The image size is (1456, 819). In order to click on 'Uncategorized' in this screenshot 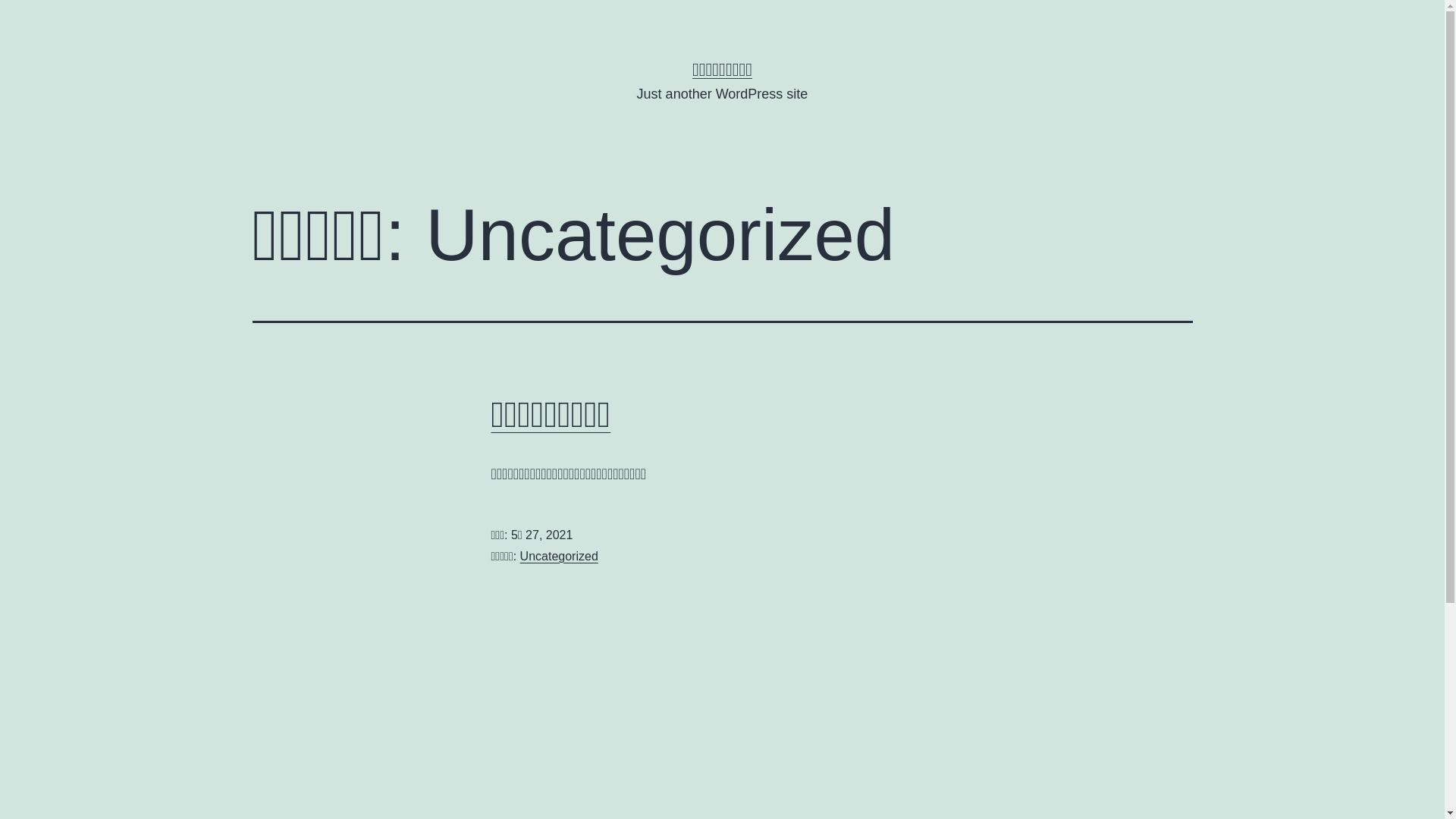, I will do `click(558, 556)`.